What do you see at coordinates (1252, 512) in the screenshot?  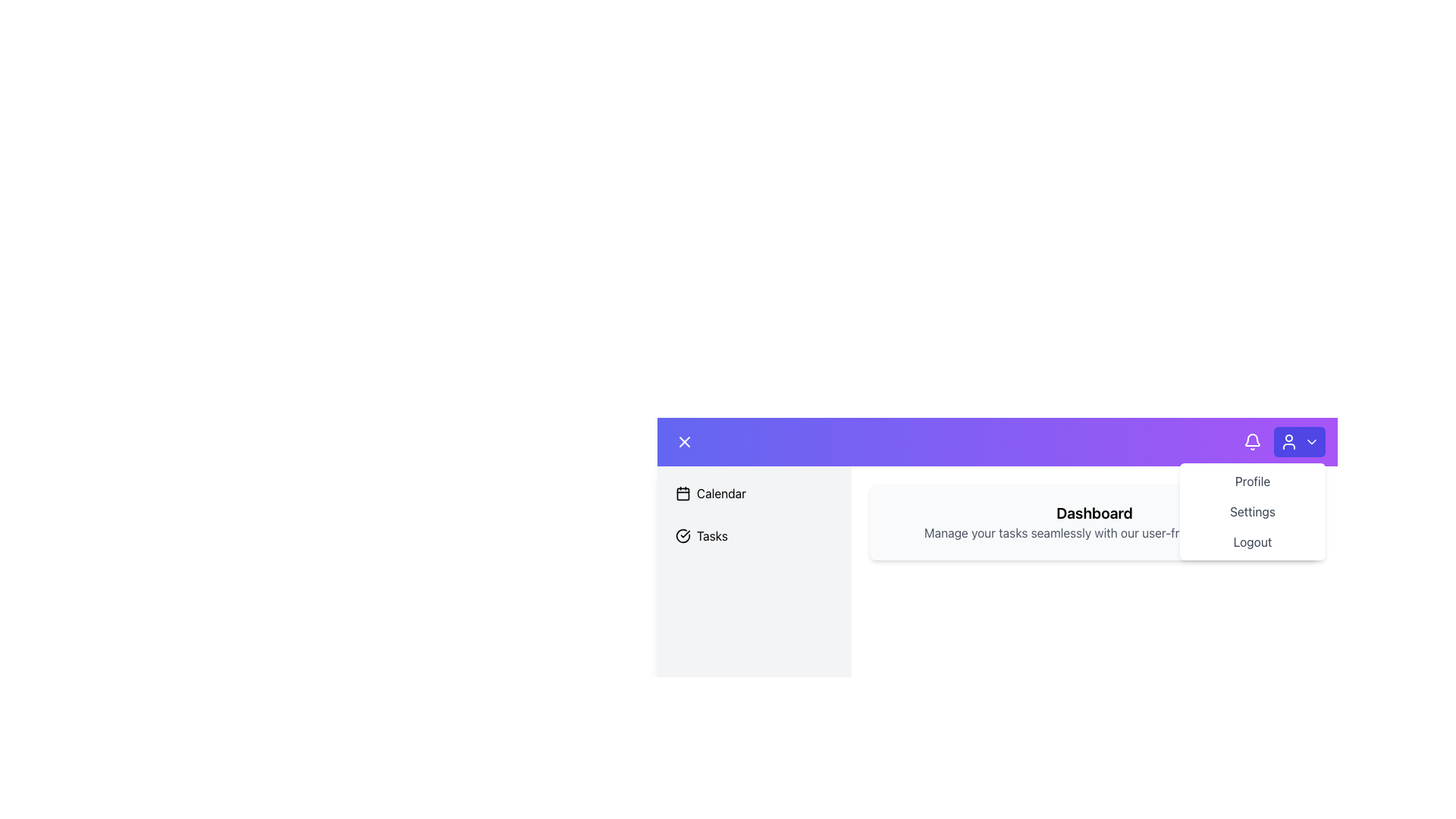 I see `the 'Settings' menu item located as the second item in the dropdown menu under the top-right corner of the interface` at bounding box center [1252, 512].